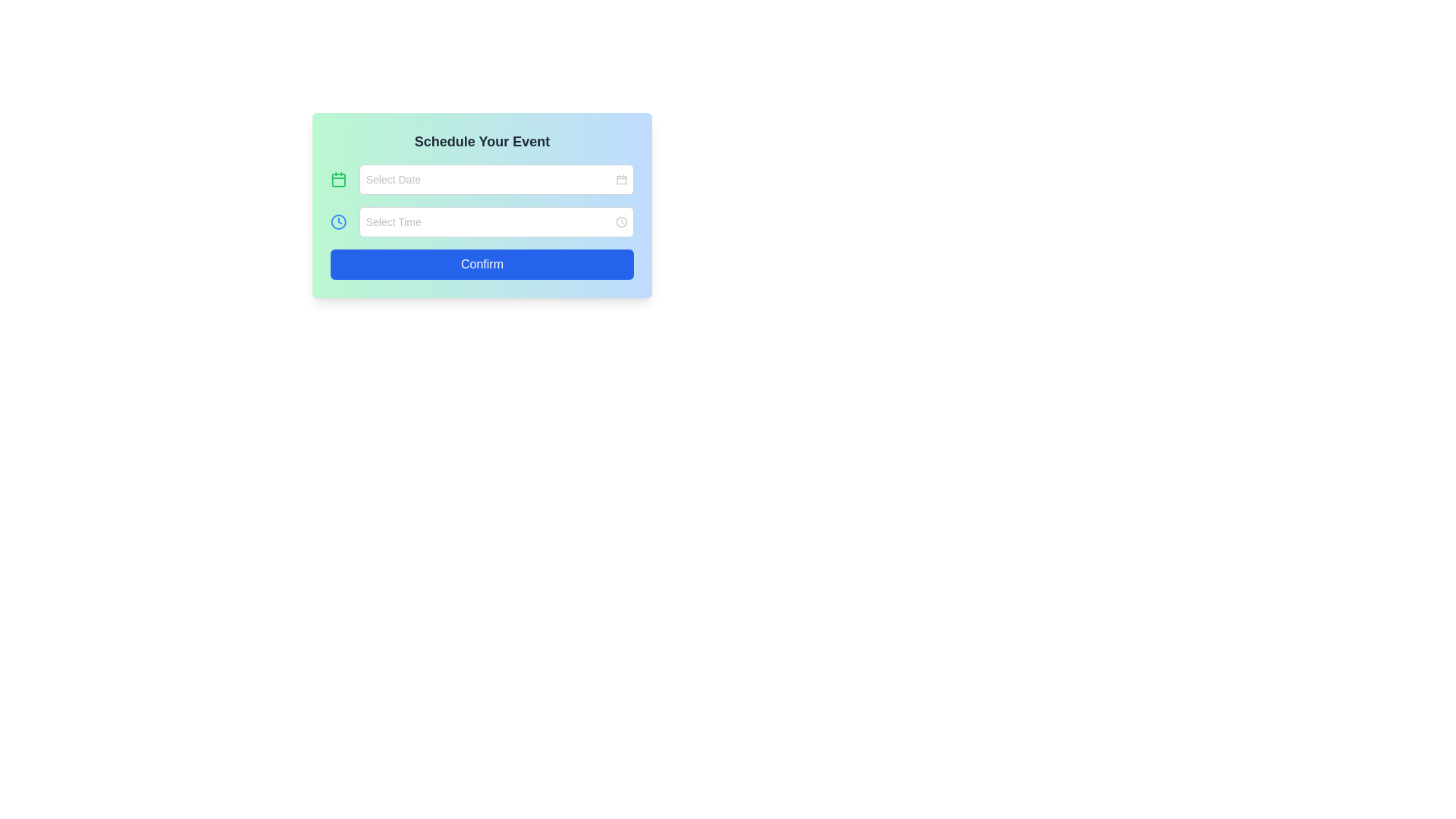 The image size is (1456, 819). Describe the element at coordinates (337, 222) in the screenshot. I see `the icon indicating the 'Select Time' input field in the 'Schedule Your Event' interface, which is located at the left side of the input field` at that location.